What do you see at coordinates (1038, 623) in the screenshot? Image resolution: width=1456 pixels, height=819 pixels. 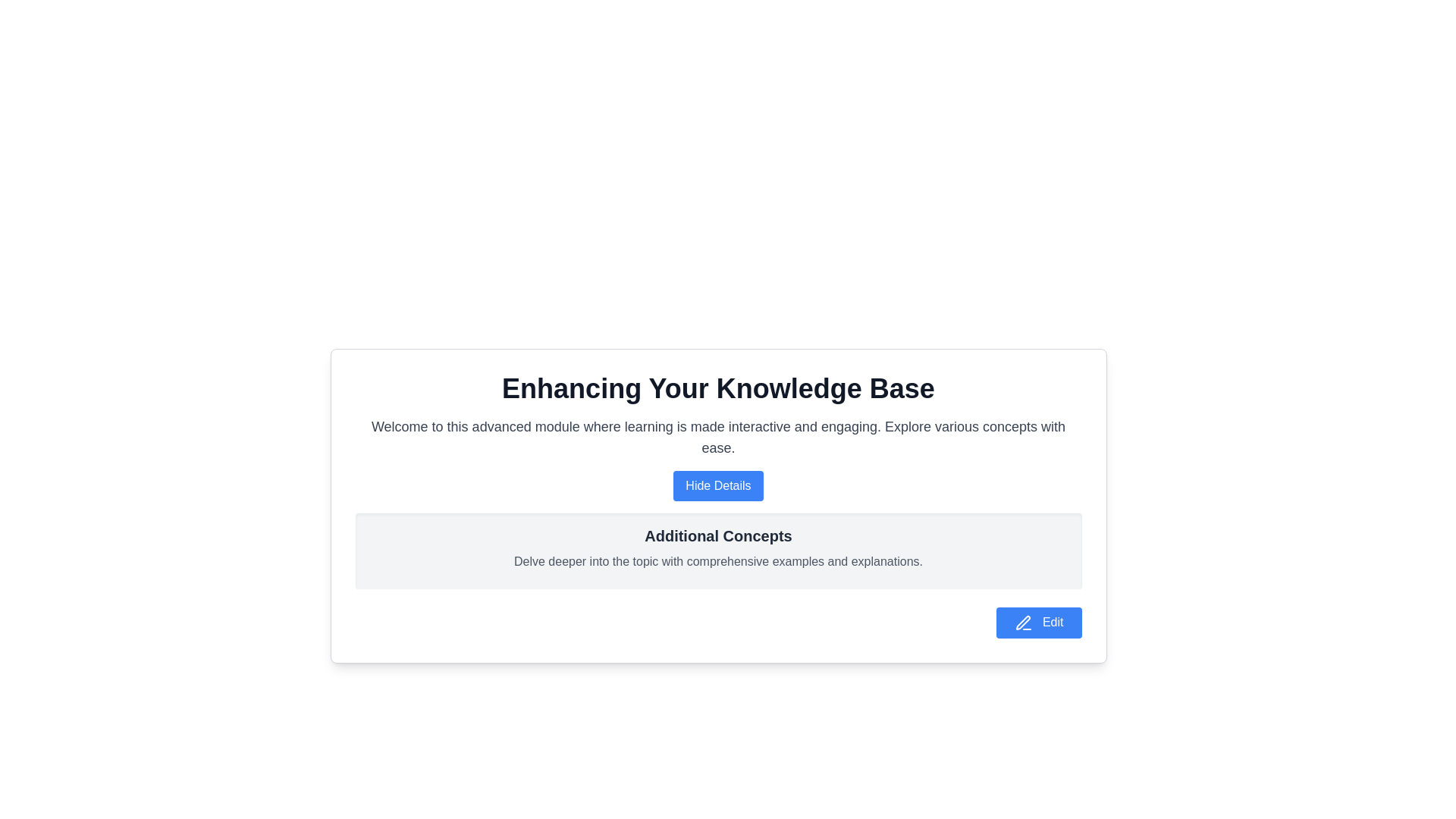 I see `the edit button located at the bottom-right of the card layout to observe the hover effects` at bounding box center [1038, 623].